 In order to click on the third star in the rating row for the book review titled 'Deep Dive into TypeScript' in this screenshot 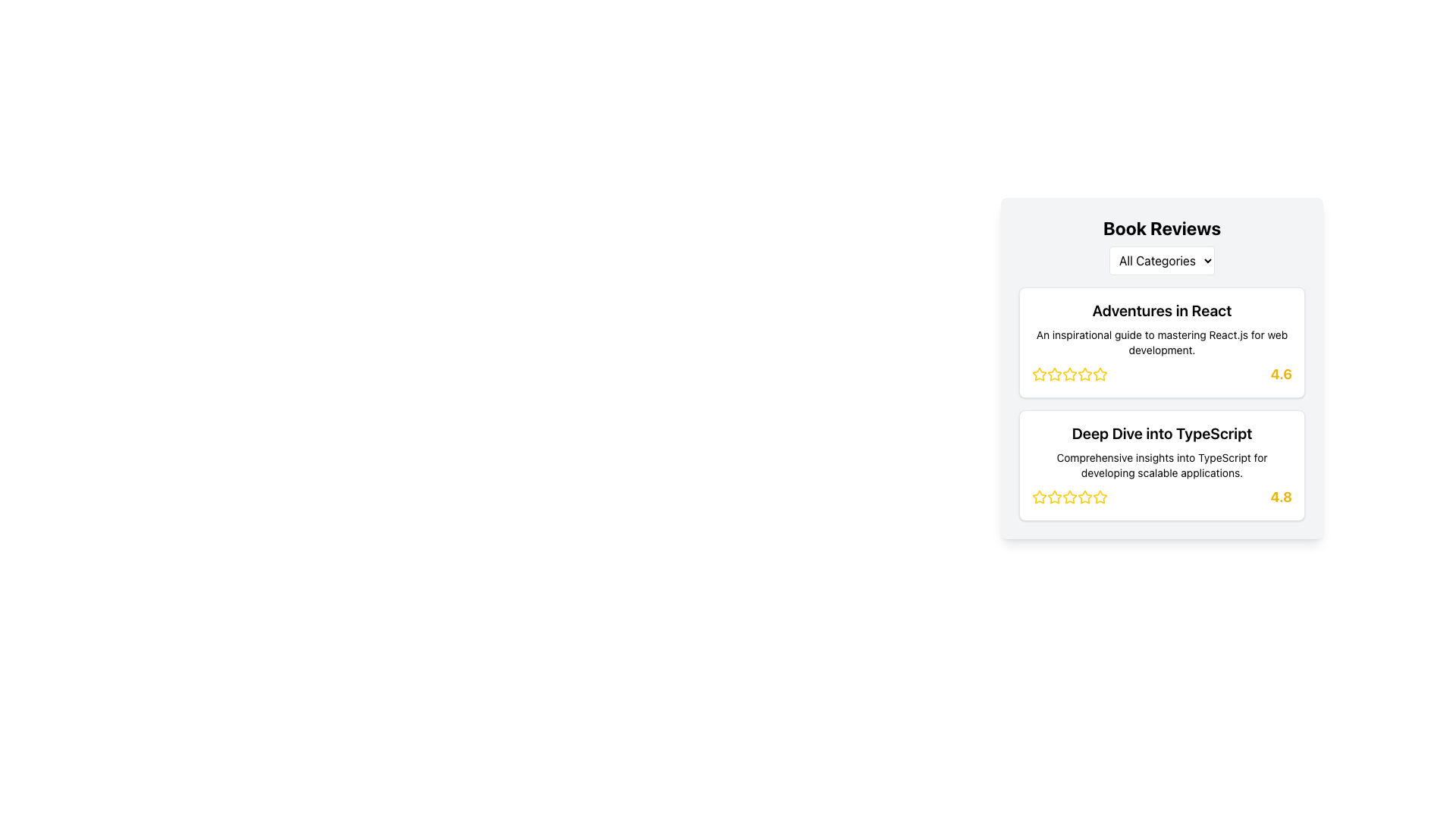, I will do `click(1084, 497)`.